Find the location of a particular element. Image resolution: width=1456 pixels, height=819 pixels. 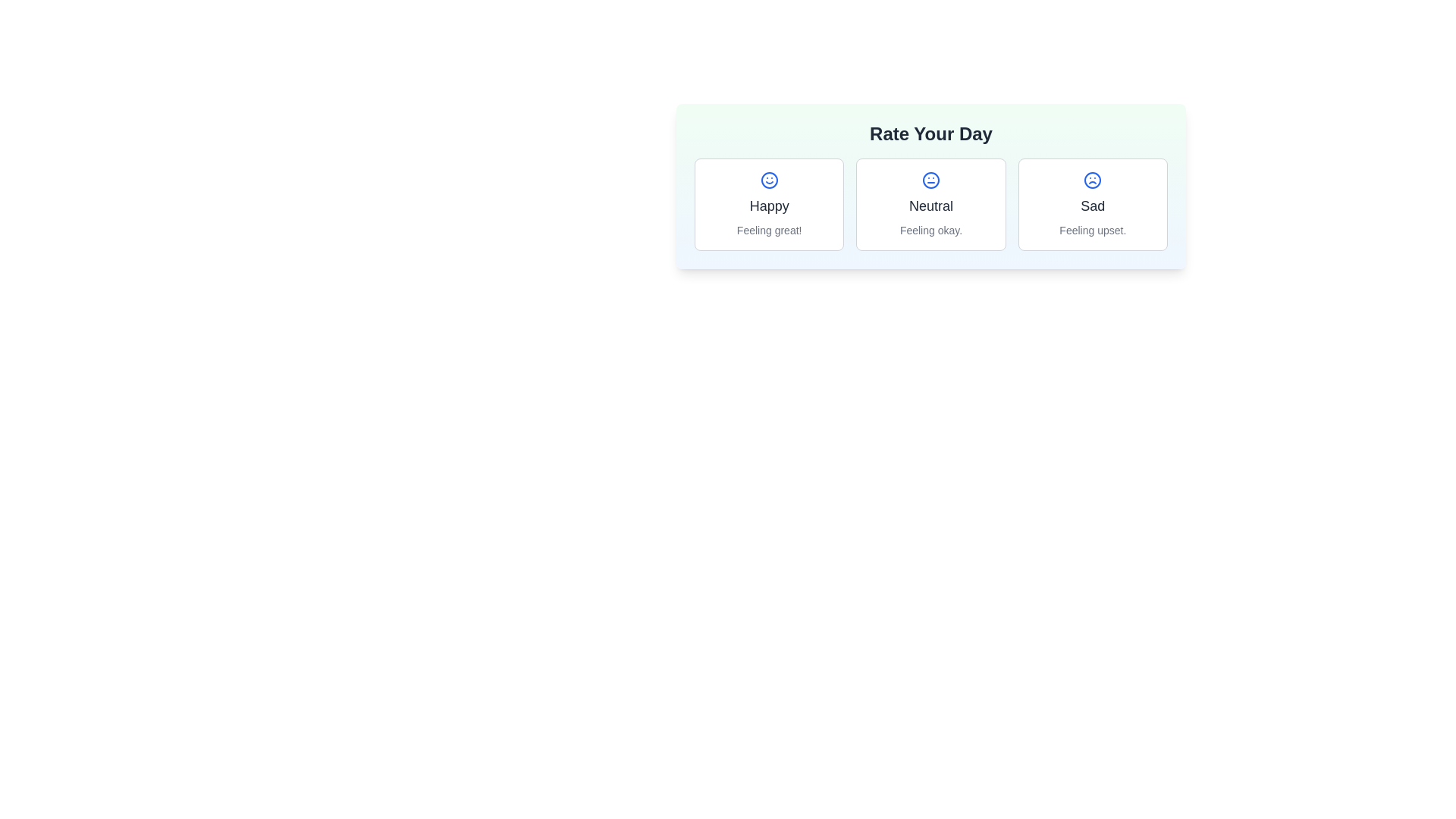

the central circular decorative graphical element, which is part of a frowning face symbol in the 'Rate Your Day' section is located at coordinates (1093, 180).